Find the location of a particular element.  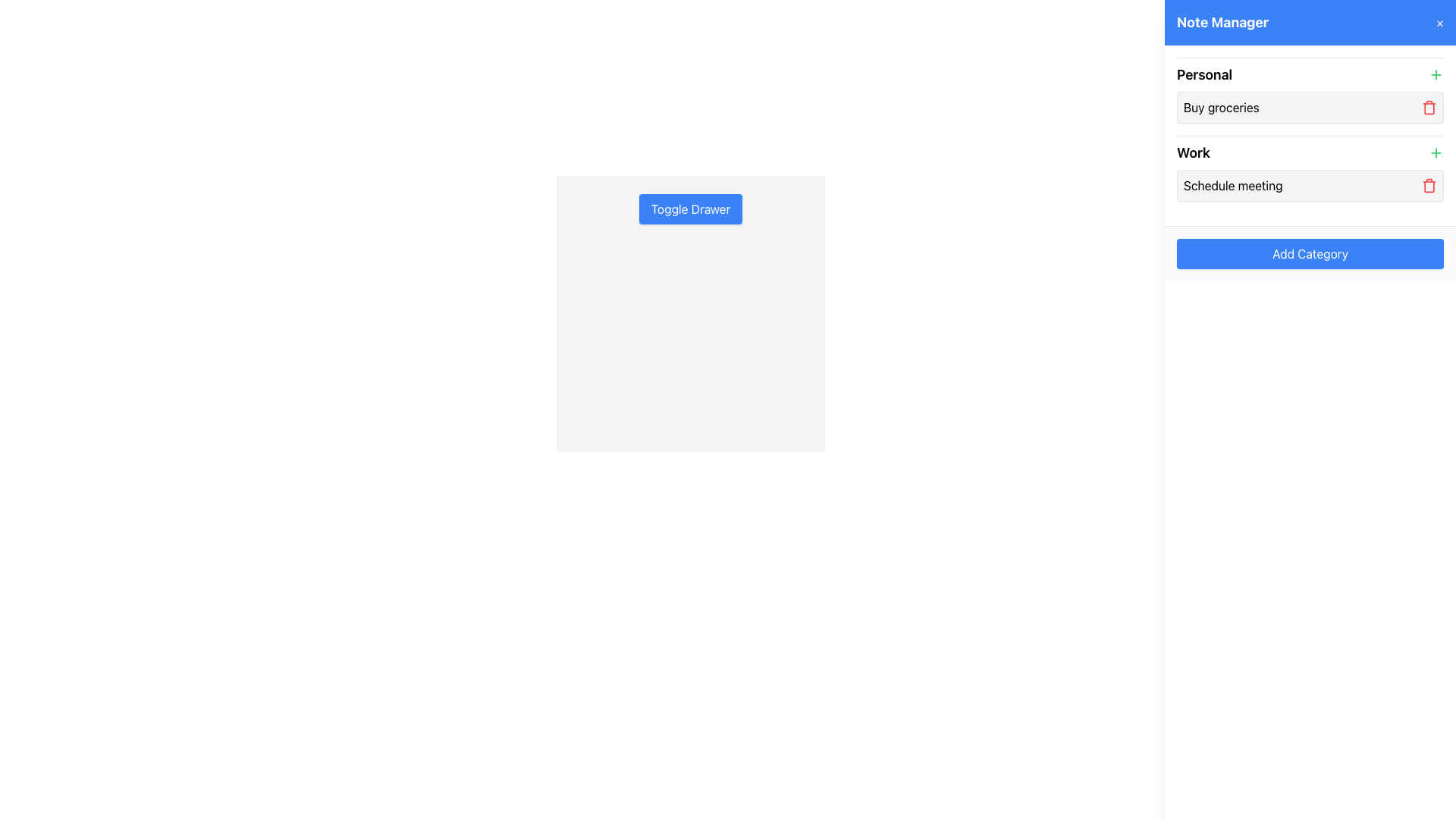

the delete button icon for the 'Buy groceries' task in the 'Personal' category within the 'Note Manager' interface is located at coordinates (1429, 107).